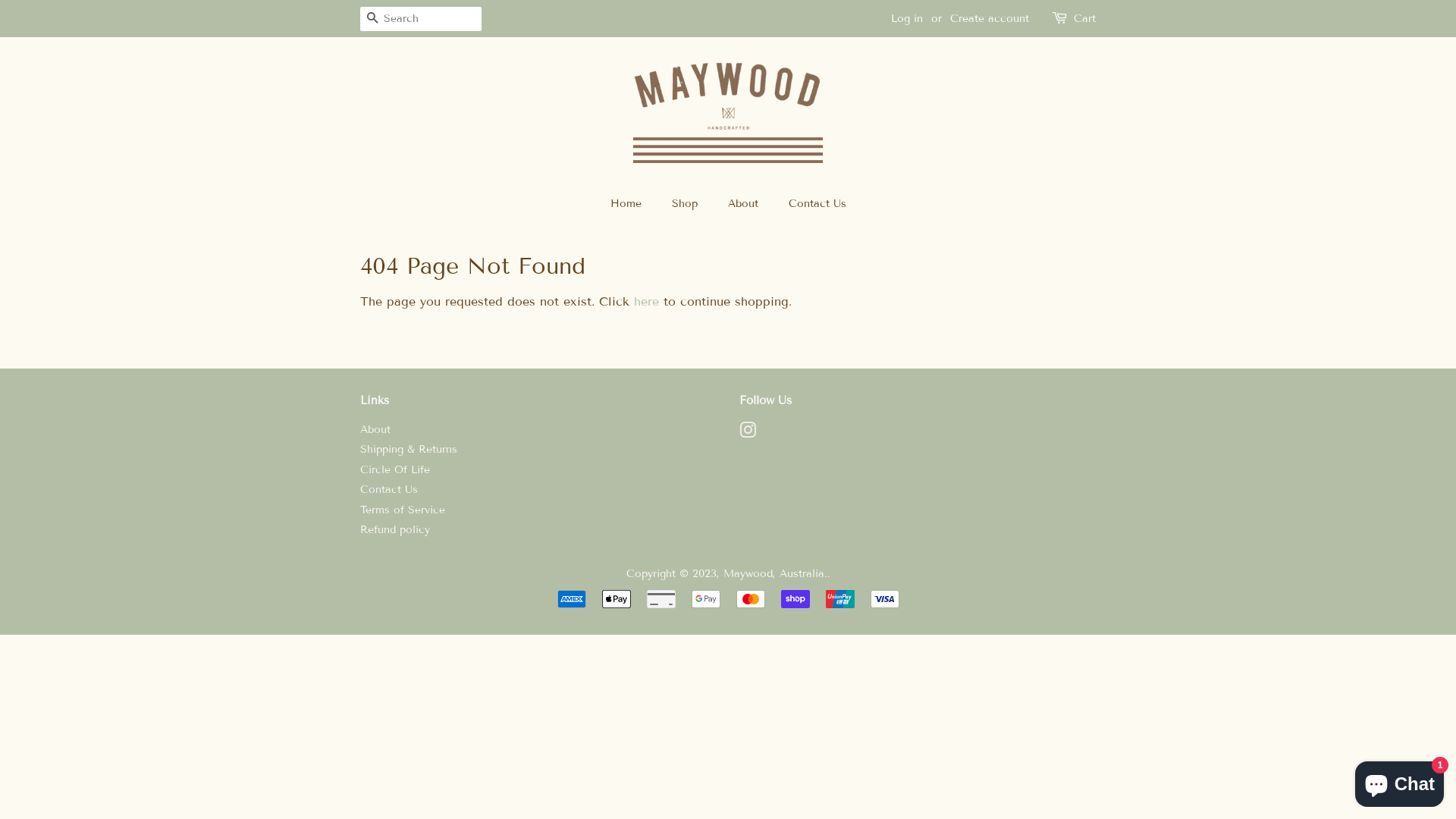 Image resolution: width=1456 pixels, height=819 pixels. I want to click on 'Contact Us', so click(776, 203).